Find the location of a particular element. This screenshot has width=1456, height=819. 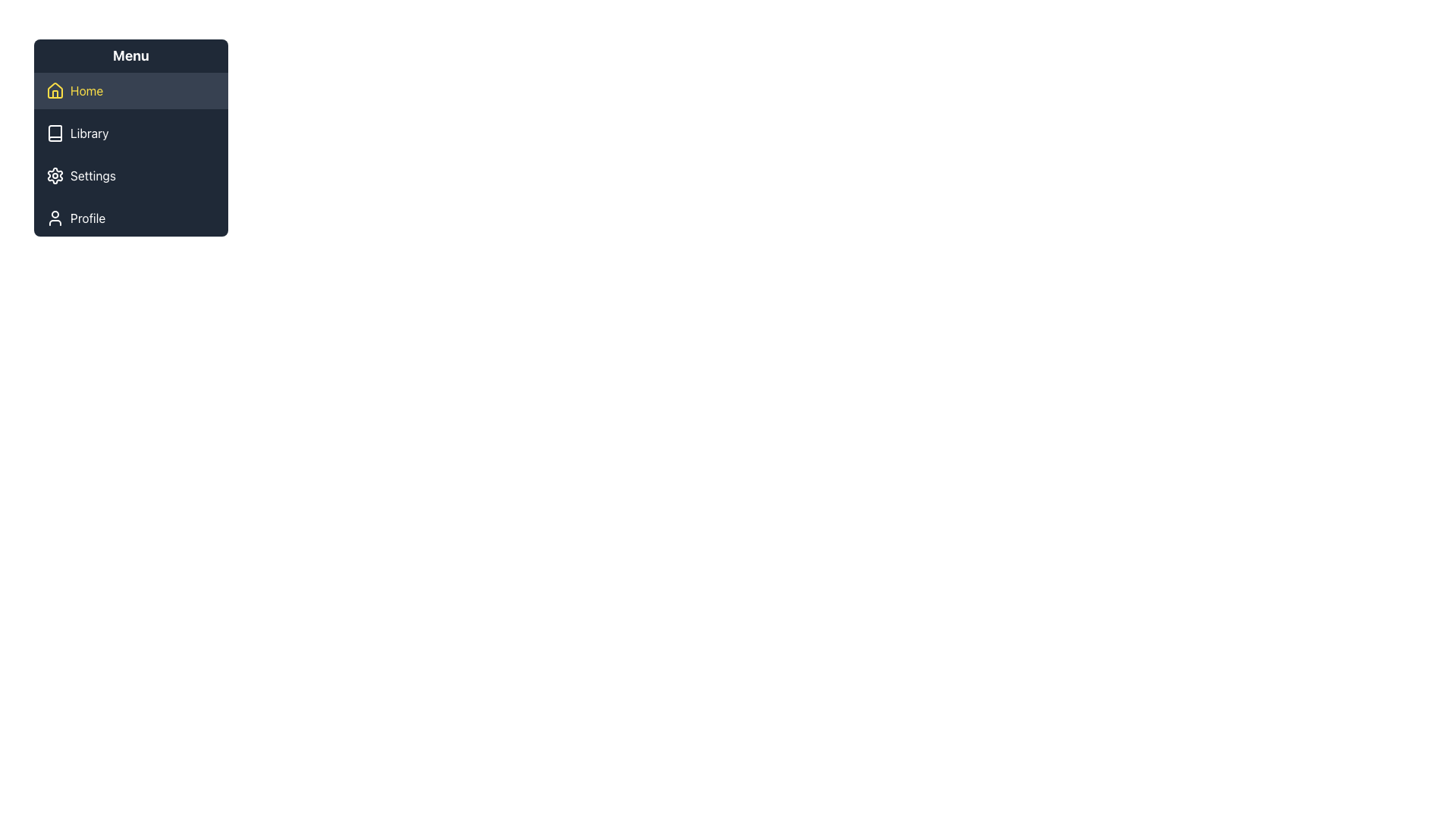

the user-profile icon, which is a circular icon with a white outline on a dark background, located to the left of the text label 'Profile' is located at coordinates (55, 218).